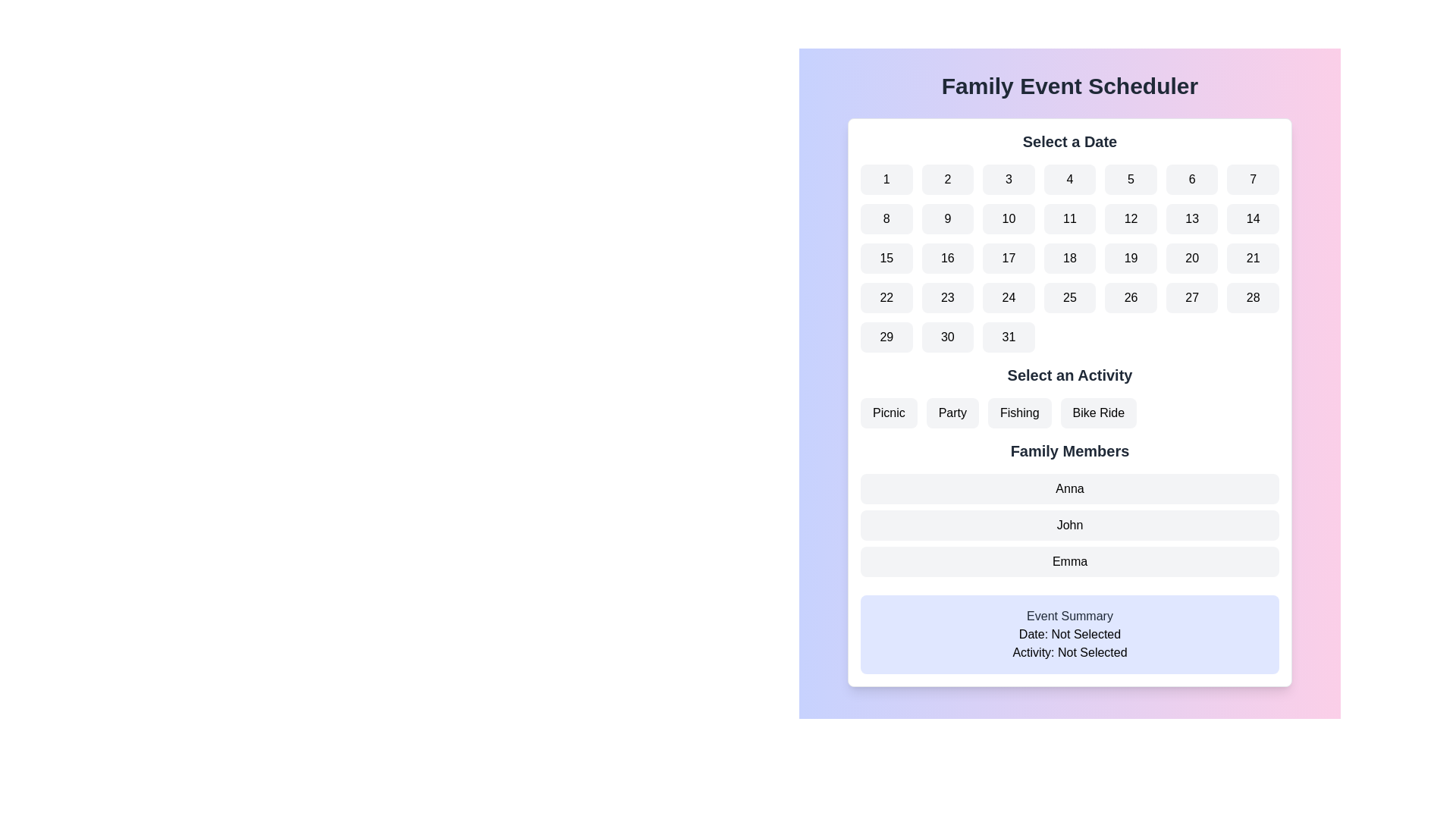 This screenshot has height=819, width=1456. Describe the element at coordinates (889, 413) in the screenshot. I see `the first button in the horizontal group below the 'Select an Activity' heading` at that location.